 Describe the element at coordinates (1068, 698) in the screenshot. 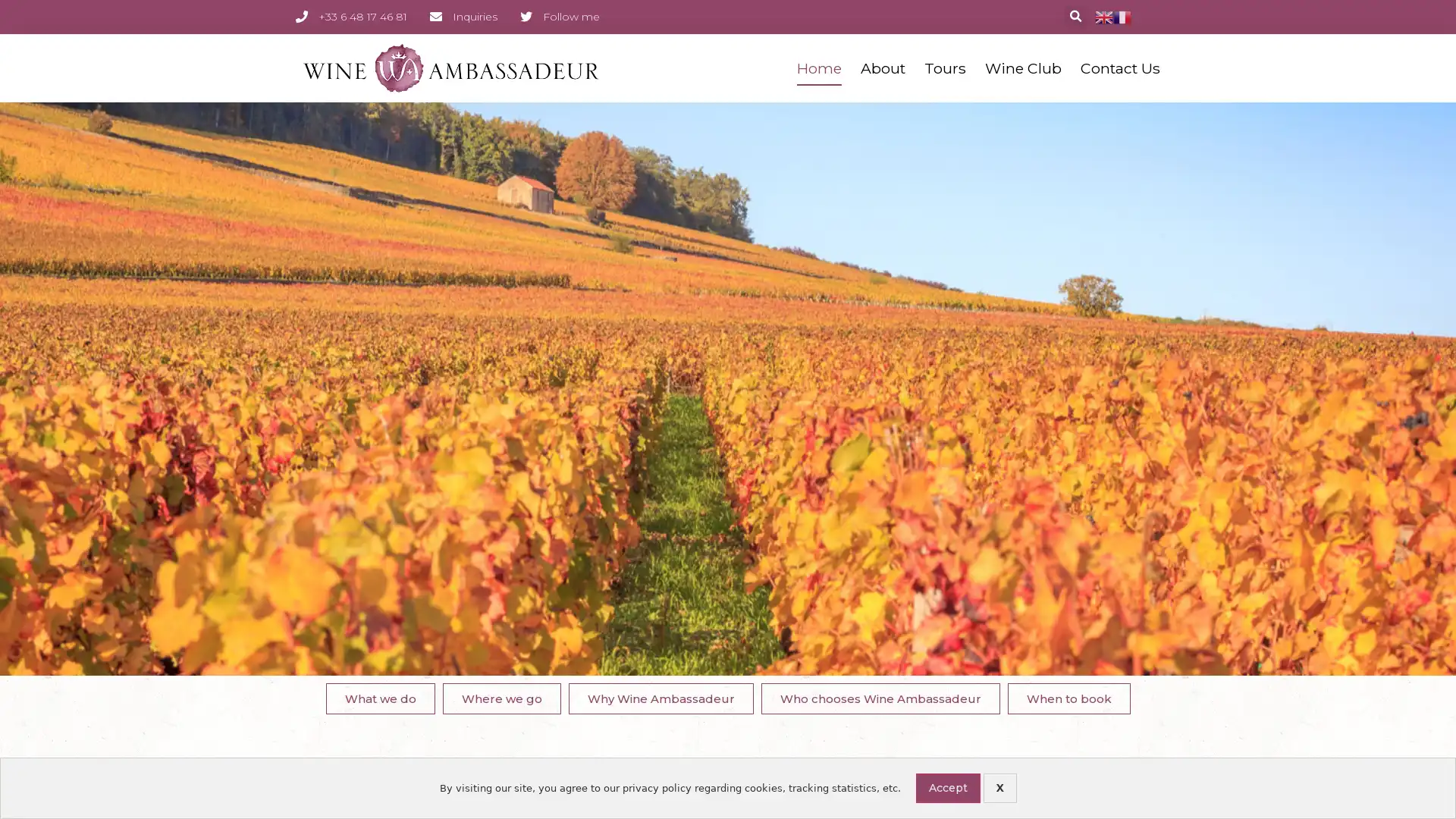

I see `When to book` at that location.